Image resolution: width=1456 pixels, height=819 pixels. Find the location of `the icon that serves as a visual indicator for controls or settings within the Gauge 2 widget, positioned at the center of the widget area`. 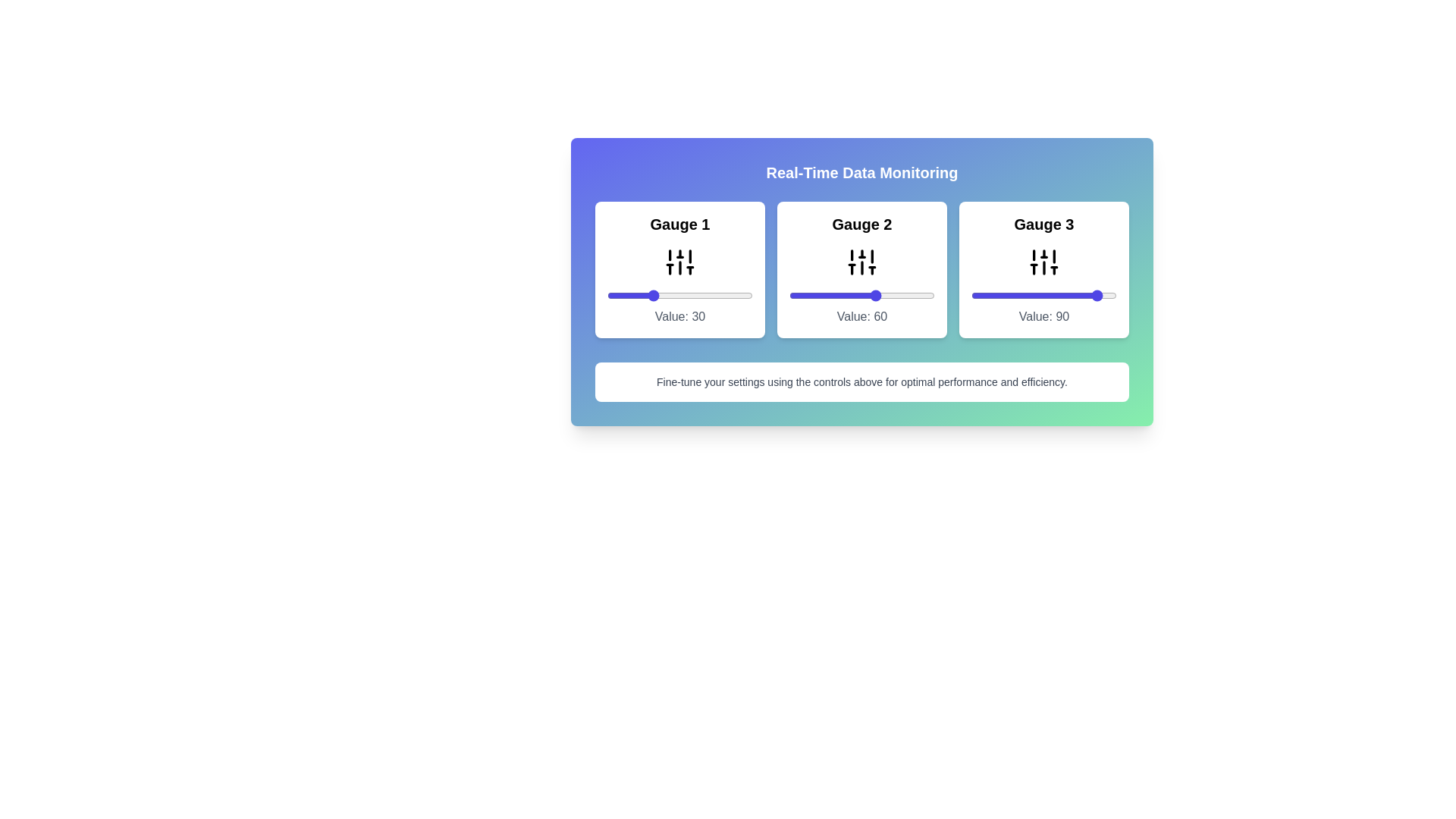

the icon that serves as a visual indicator for controls or settings within the Gauge 2 widget, positioned at the center of the widget area is located at coordinates (862, 262).